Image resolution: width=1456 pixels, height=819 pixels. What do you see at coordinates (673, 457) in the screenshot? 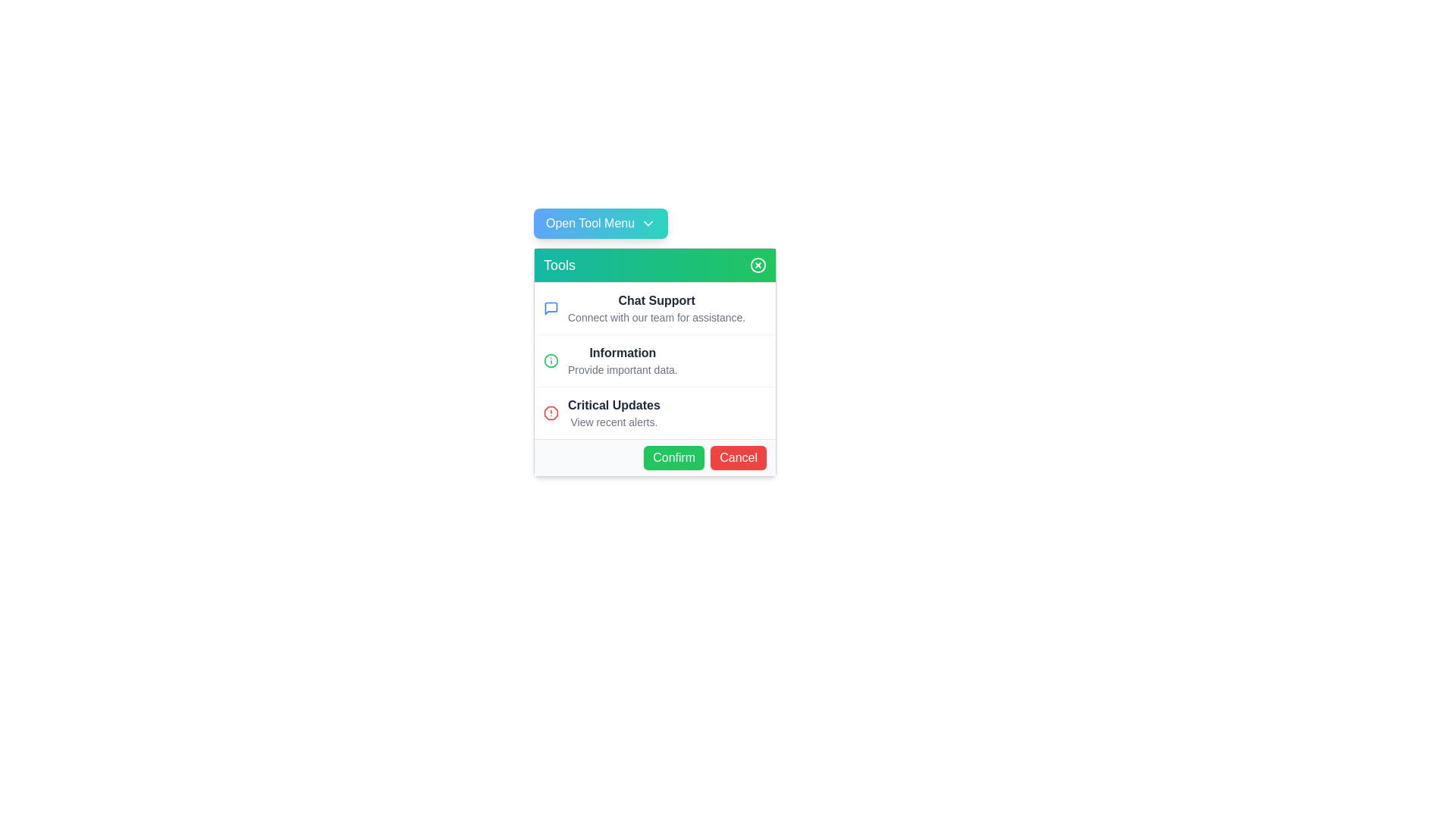
I see `the 'Confirm' button, which is a rectangular button with white text on a green background, located at the bottom of a modal window` at bounding box center [673, 457].